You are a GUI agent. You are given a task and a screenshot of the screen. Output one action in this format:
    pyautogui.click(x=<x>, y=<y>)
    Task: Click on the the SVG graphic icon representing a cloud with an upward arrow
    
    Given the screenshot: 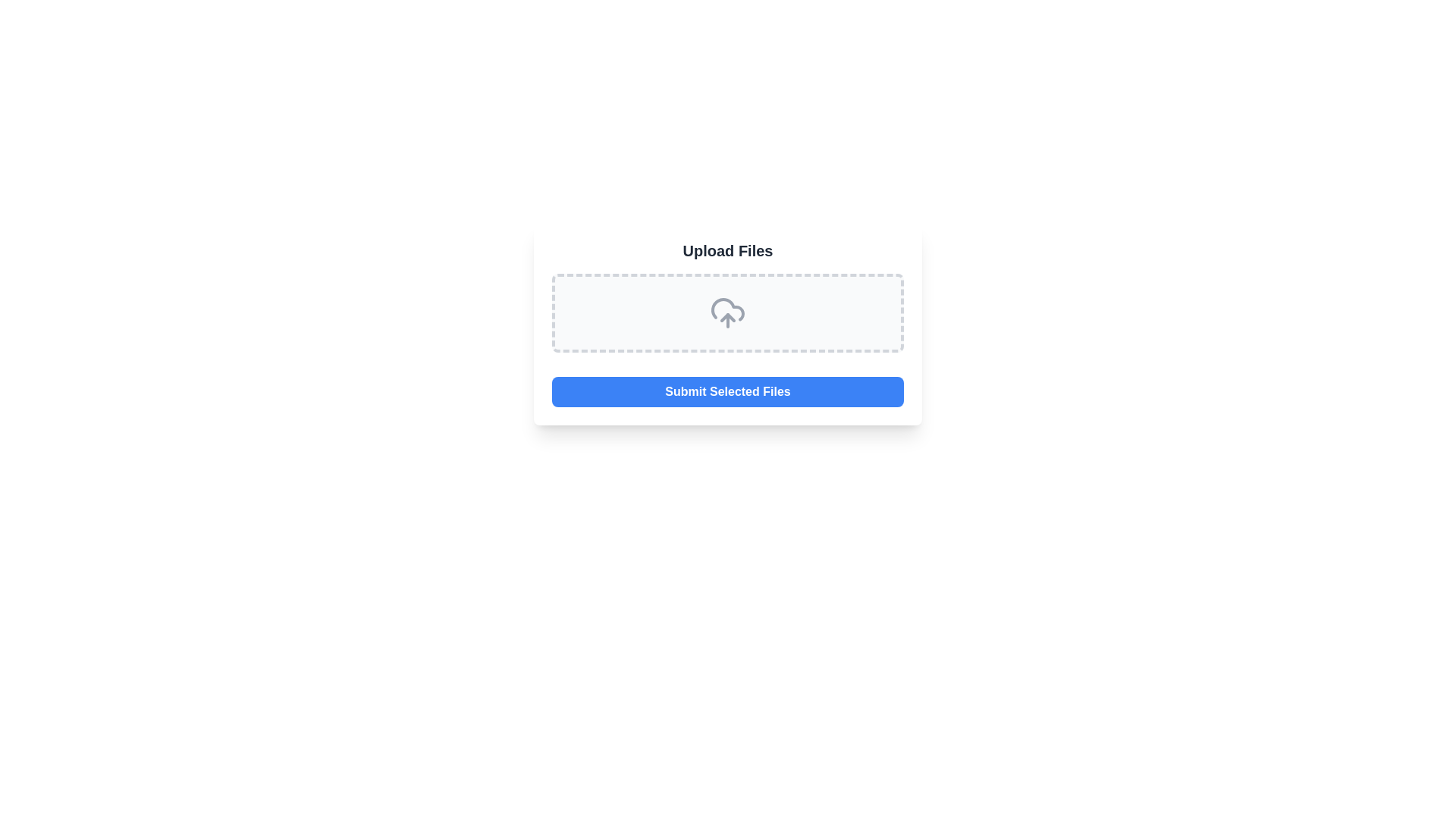 What is the action you would take?
    pyautogui.click(x=728, y=312)
    